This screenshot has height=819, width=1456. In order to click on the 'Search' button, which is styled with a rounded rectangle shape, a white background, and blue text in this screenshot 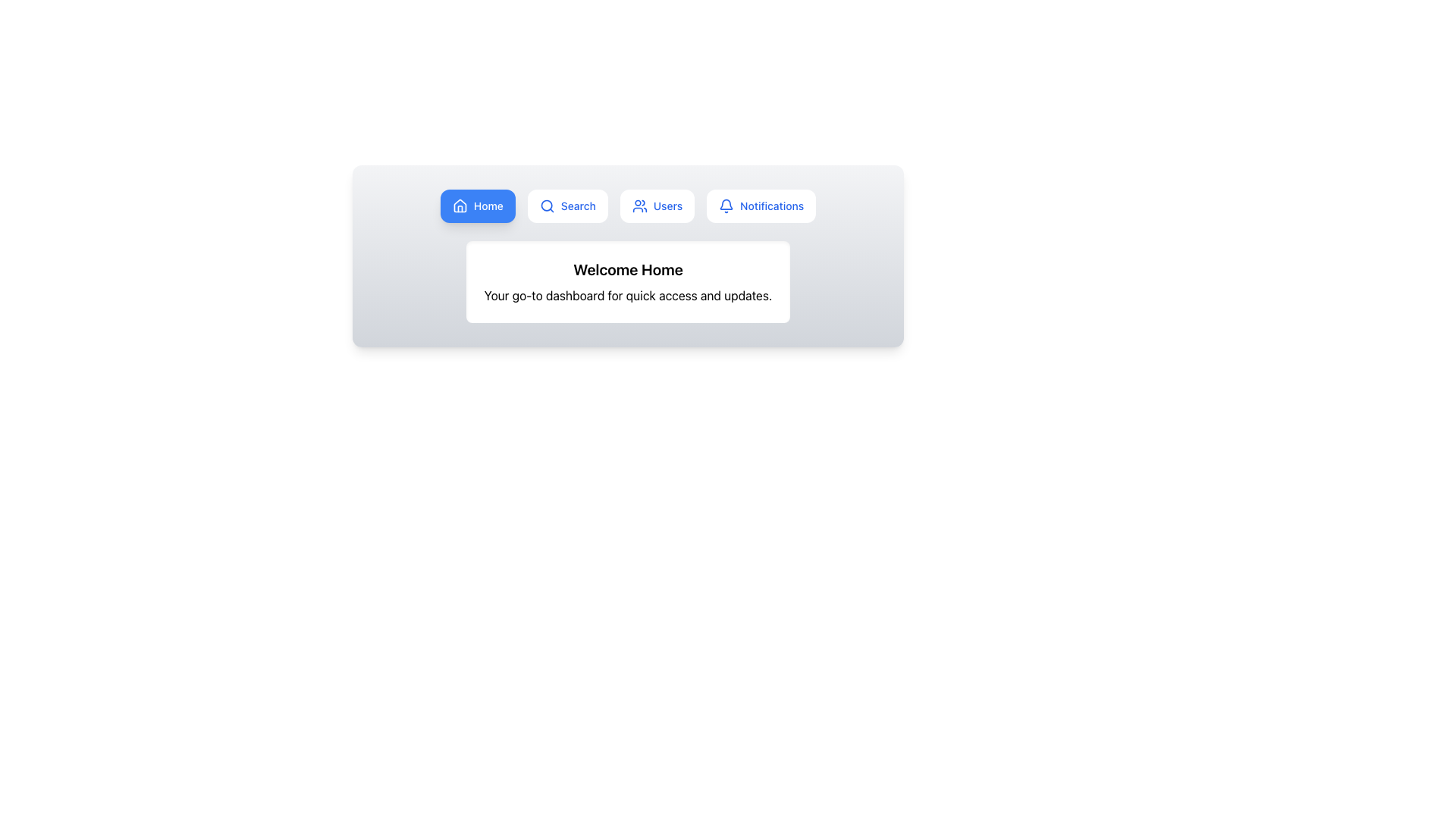, I will do `click(566, 206)`.